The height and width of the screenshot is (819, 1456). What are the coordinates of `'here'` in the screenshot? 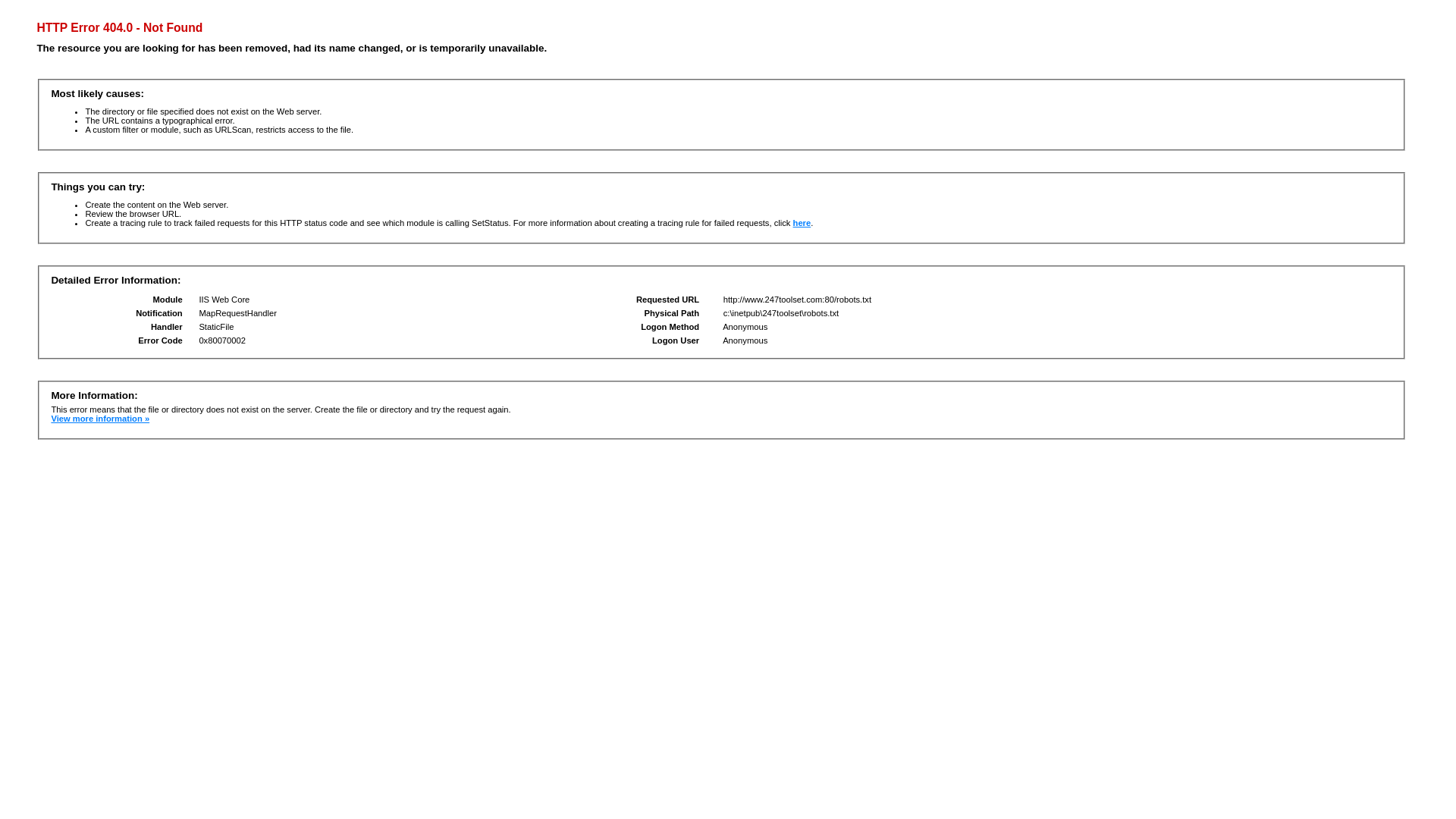 It's located at (801, 222).